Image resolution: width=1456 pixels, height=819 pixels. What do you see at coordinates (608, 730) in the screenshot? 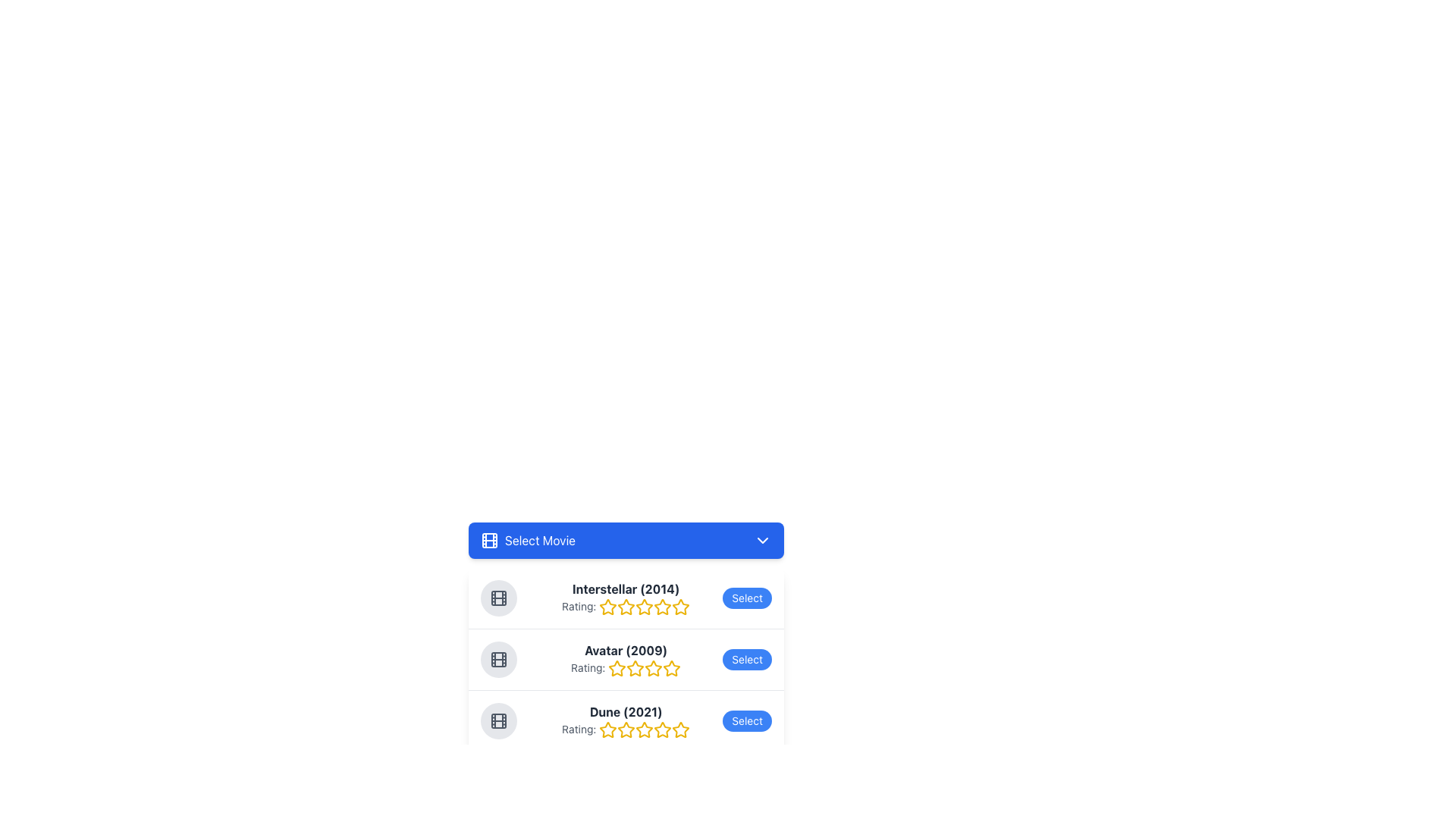
I see `the first star in the rating component for the movie 'Dune (2021)'` at bounding box center [608, 730].